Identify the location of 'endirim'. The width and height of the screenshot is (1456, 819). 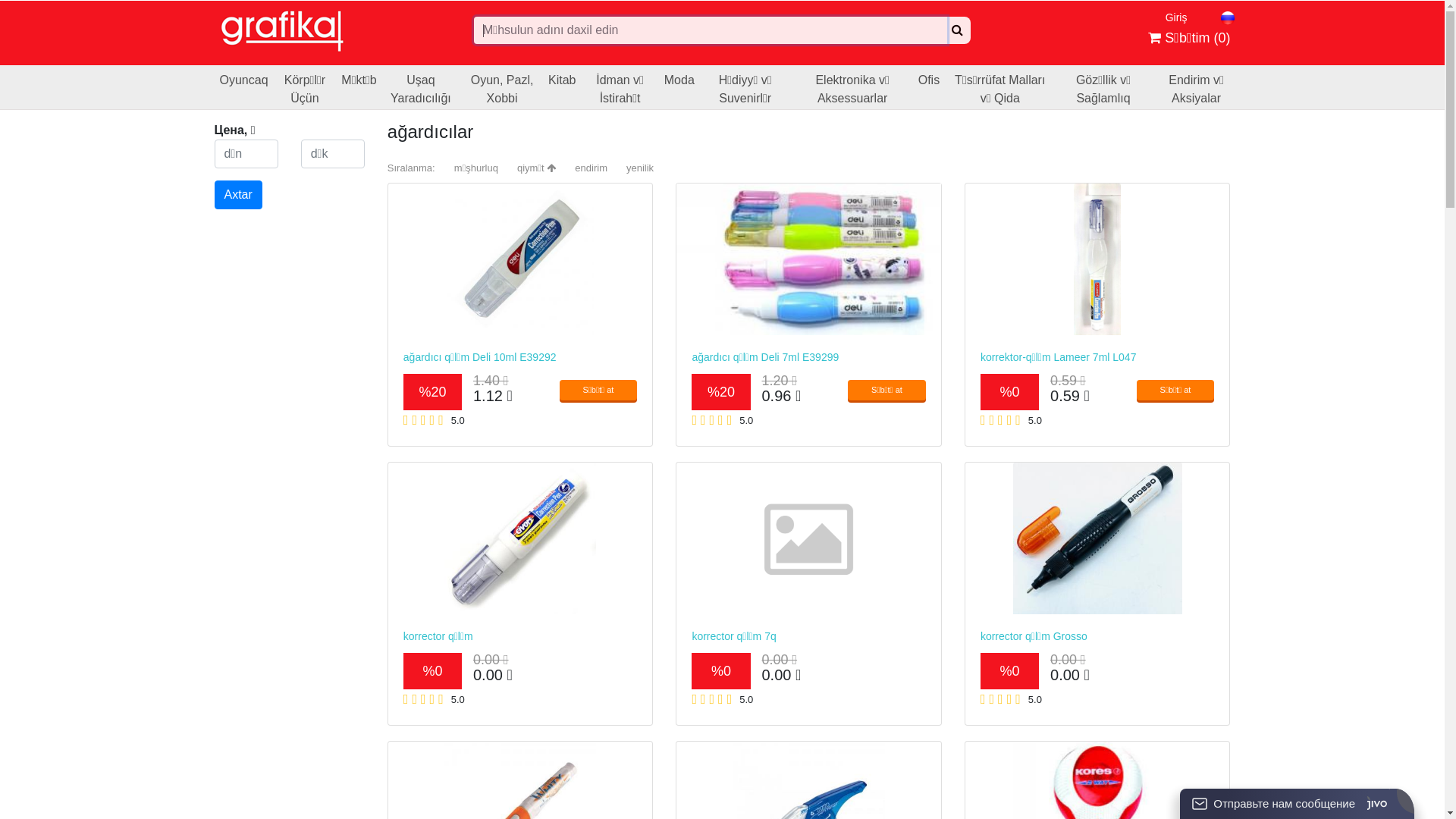
(590, 168).